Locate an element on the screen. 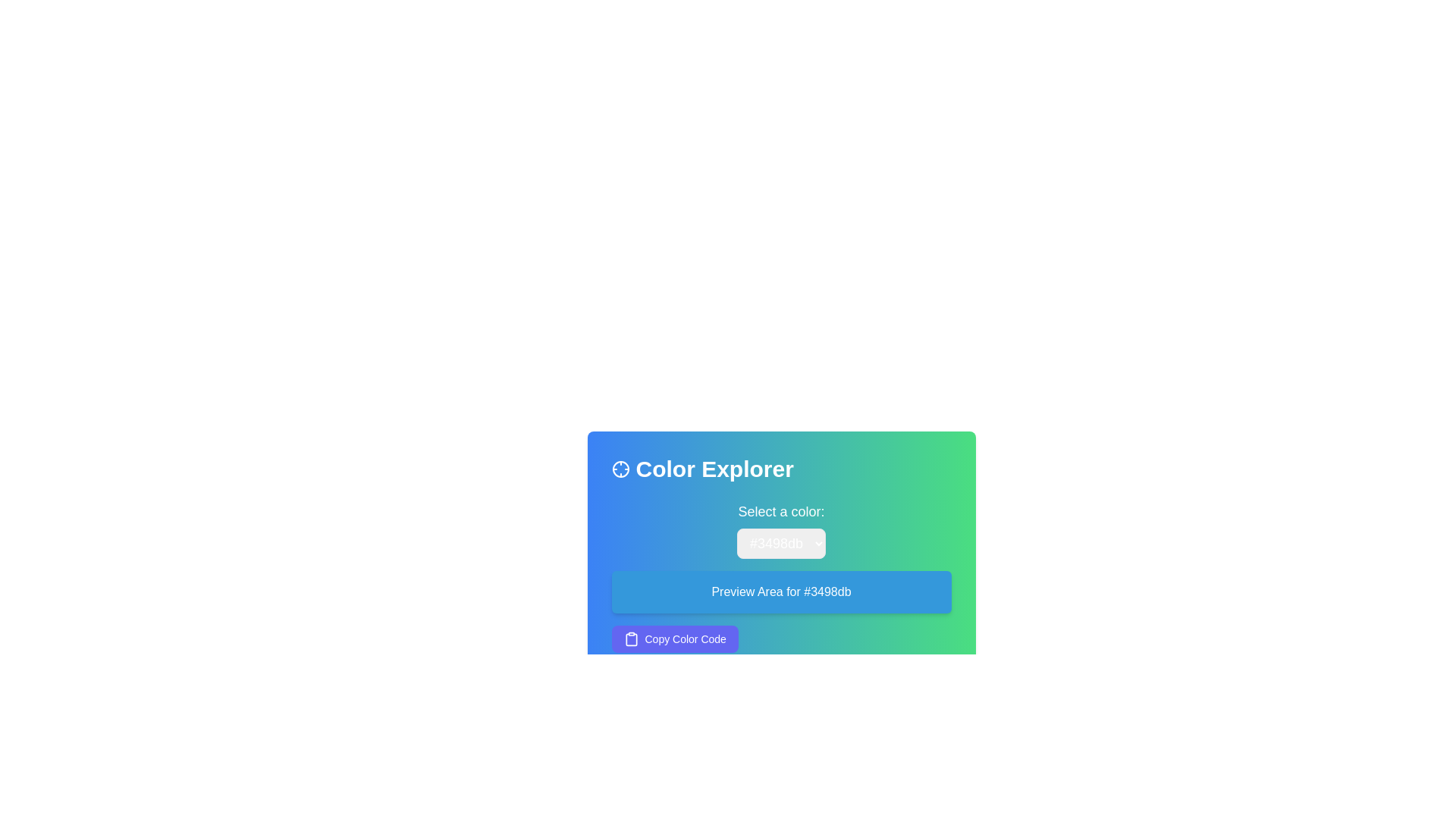 Image resolution: width=1456 pixels, height=819 pixels. the rectangular button with a blue background labeled 'Copy Color Code' located below the 'Preview Area for #3498db' text in the Color Explorer section is located at coordinates (674, 639).